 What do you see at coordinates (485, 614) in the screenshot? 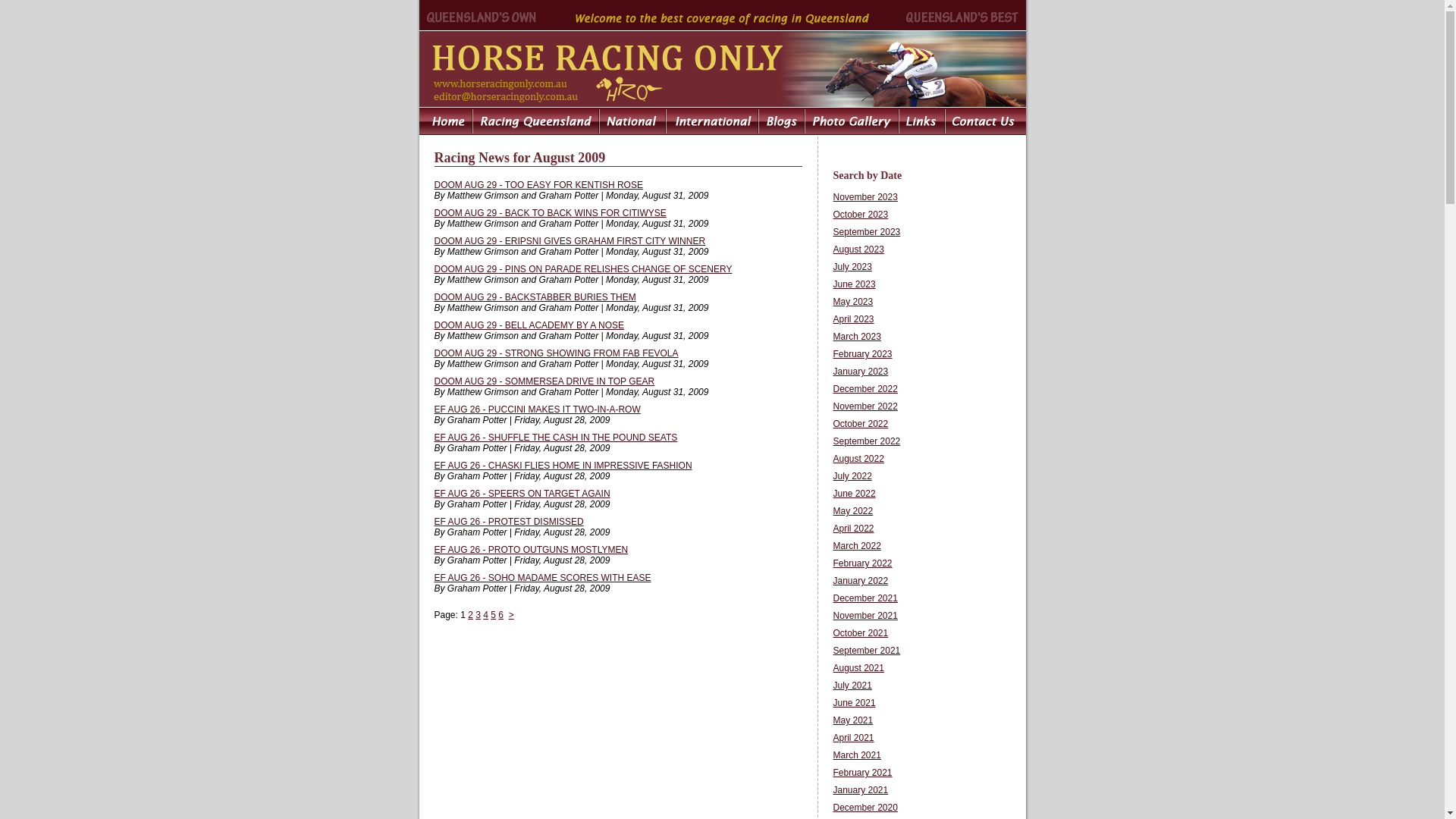
I see `'4'` at bounding box center [485, 614].